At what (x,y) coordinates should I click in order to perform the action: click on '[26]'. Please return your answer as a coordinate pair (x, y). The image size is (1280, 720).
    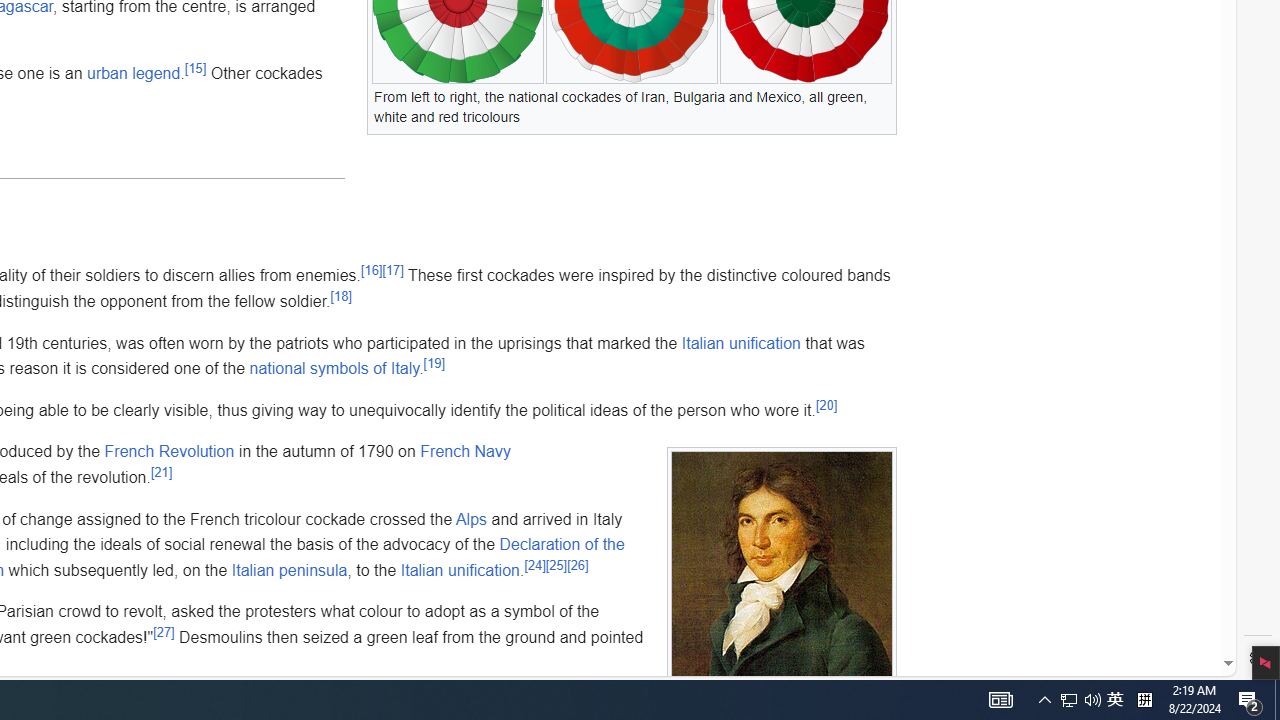
    Looking at the image, I should click on (576, 565).